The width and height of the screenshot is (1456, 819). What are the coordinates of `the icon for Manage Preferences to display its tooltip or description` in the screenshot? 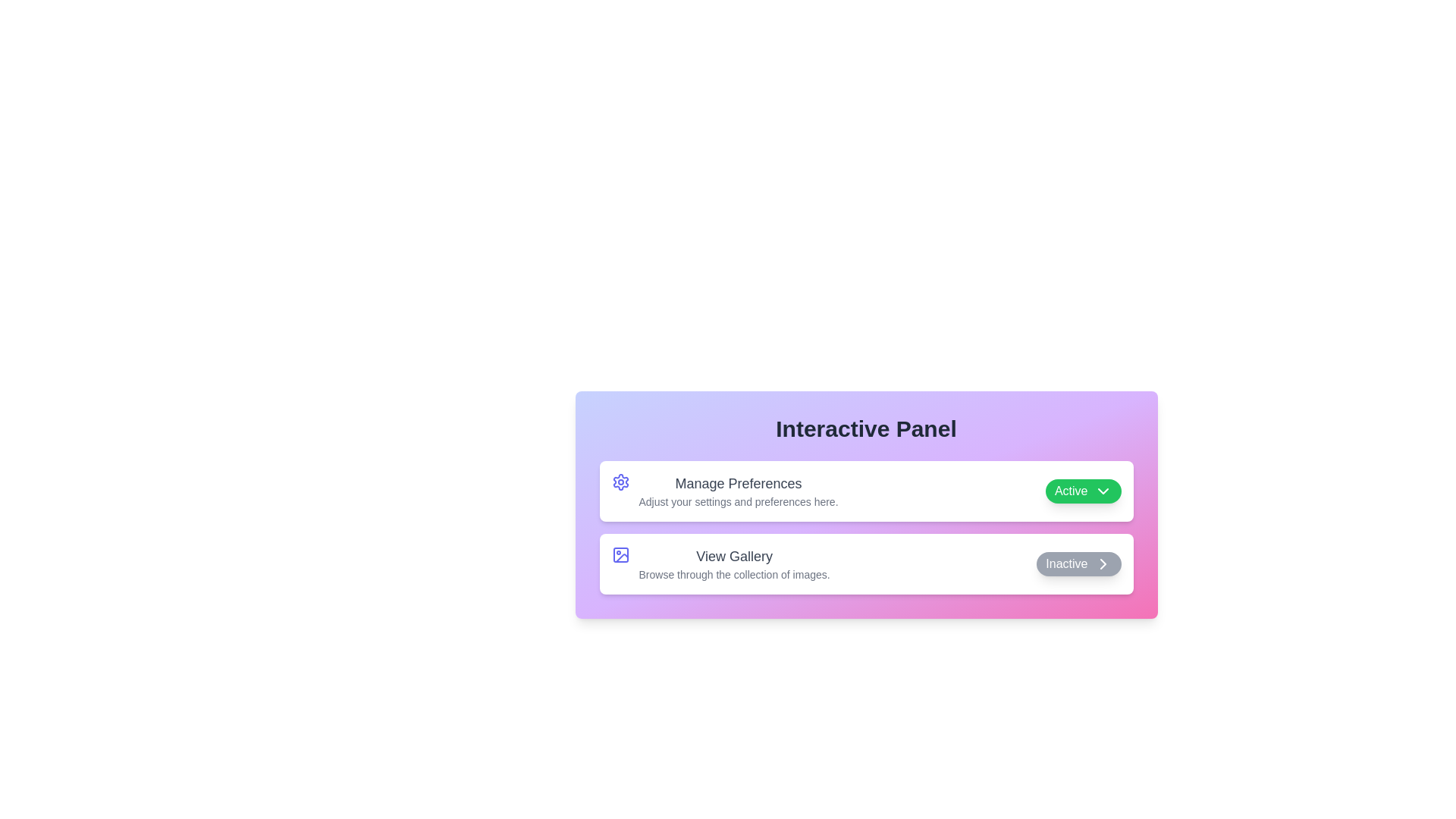 It's located at (620, 482).